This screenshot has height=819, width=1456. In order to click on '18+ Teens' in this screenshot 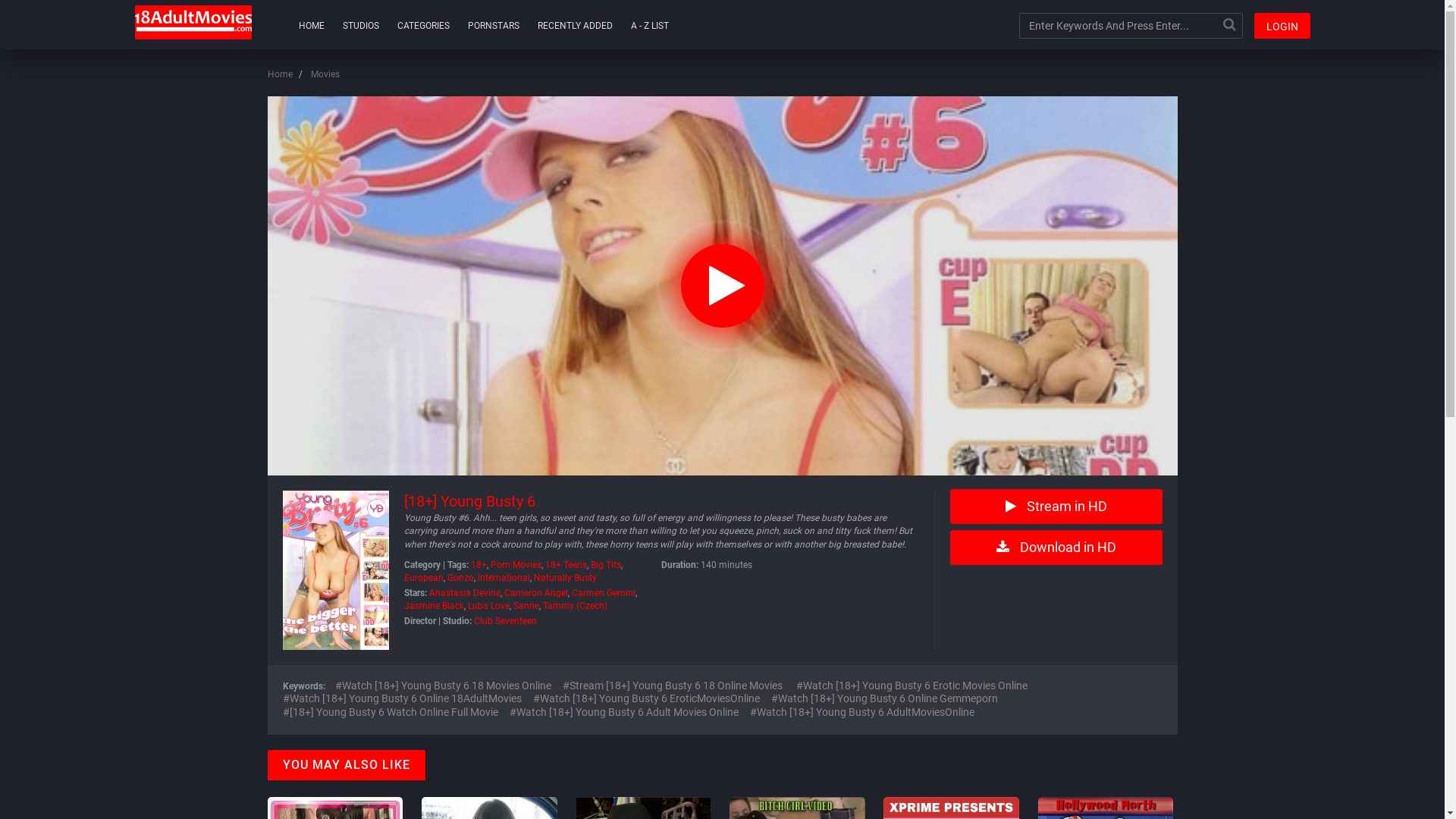, I will do `click(544, 564)`.